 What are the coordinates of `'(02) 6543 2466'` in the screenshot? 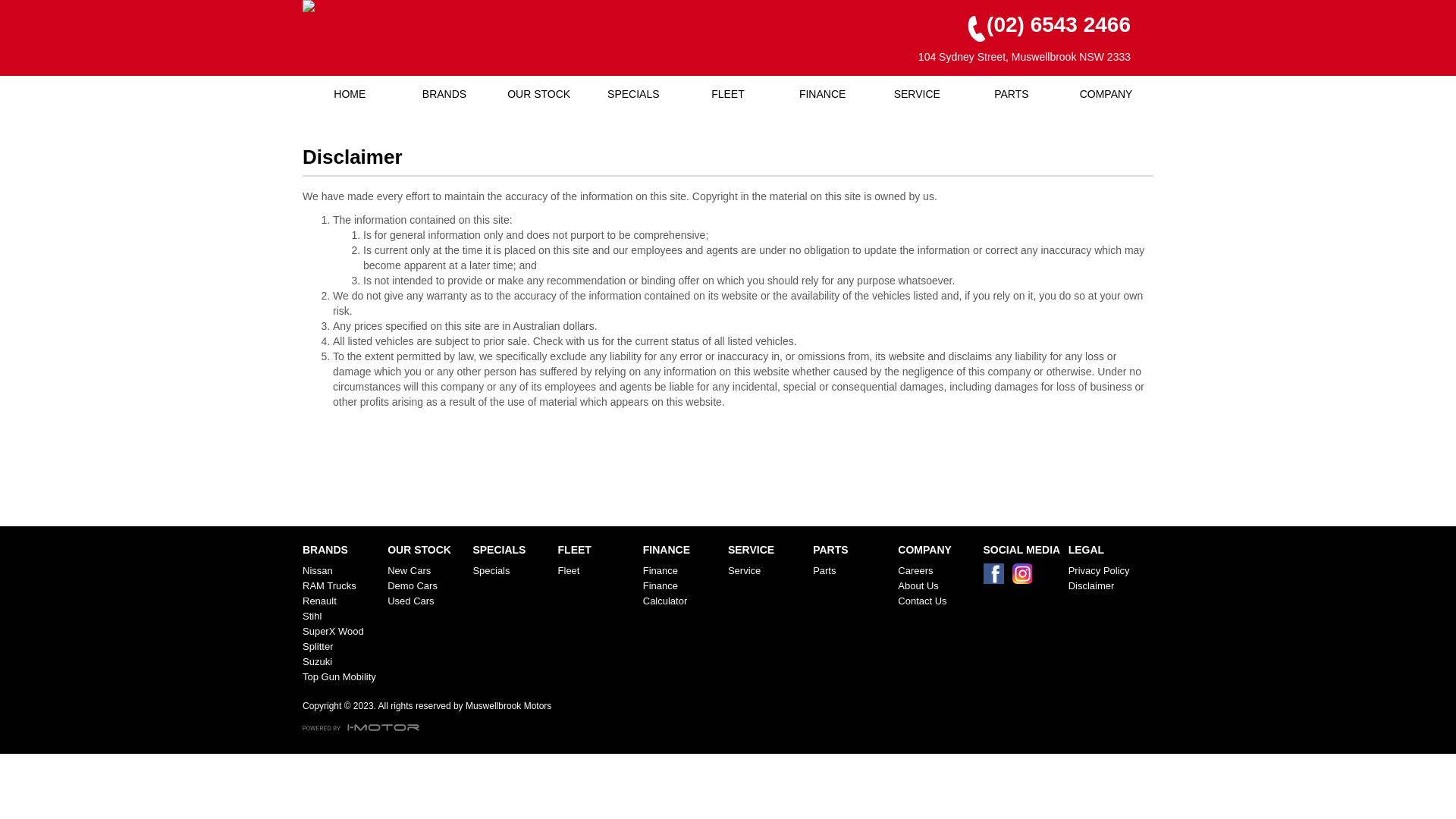 It's located at (1041, 25).